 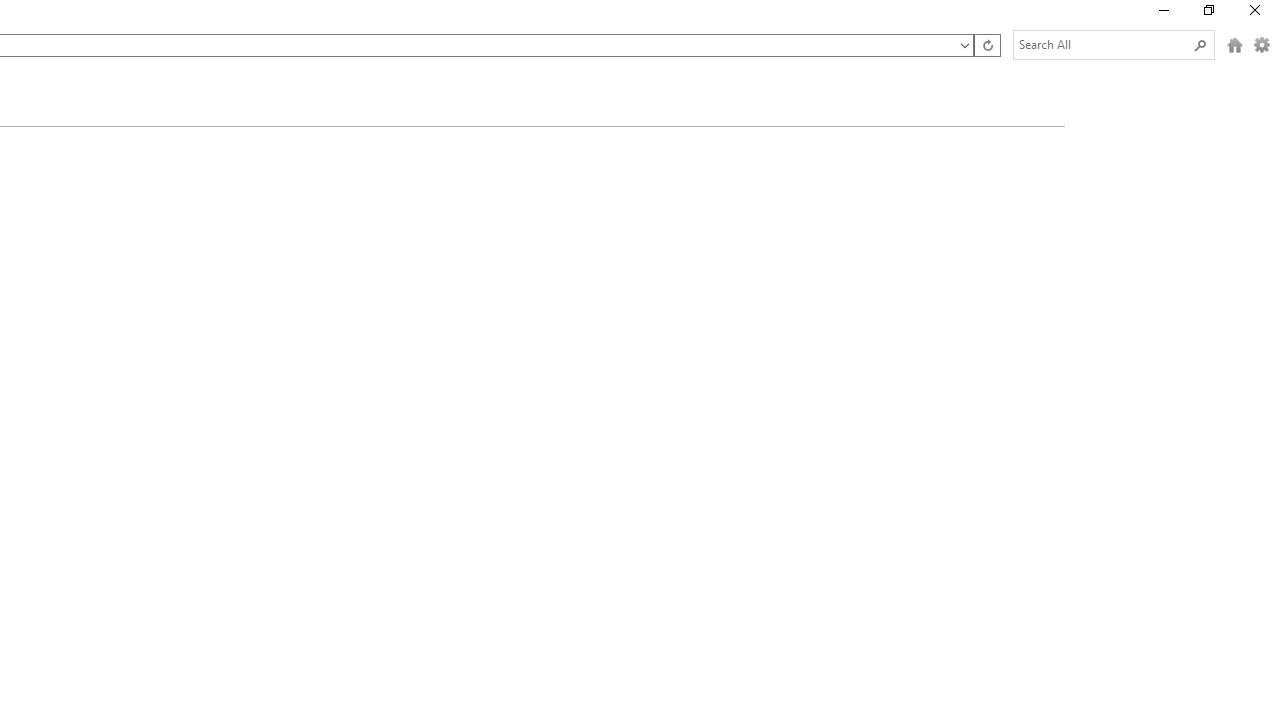 I want to click on 'Search', so click(x=1200, y=45).